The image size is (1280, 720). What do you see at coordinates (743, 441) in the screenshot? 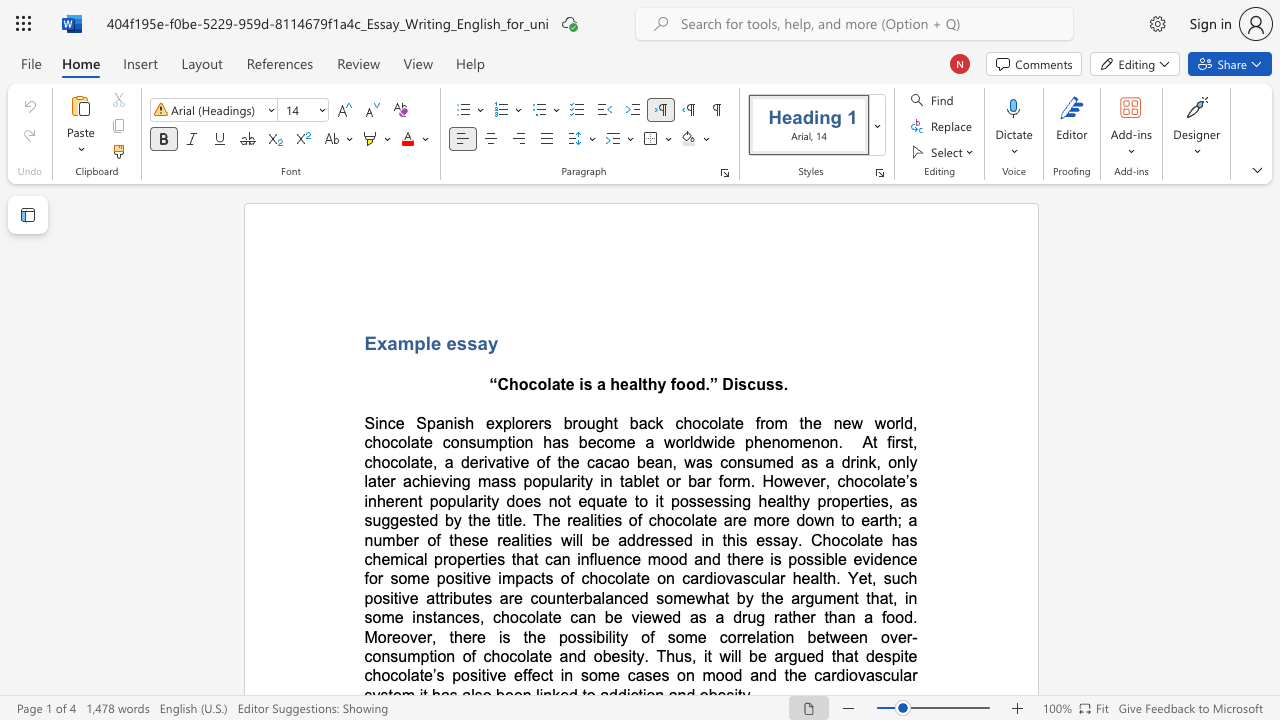
I see `the subset text "phen" within the text "Since Spanish explorers brought back chocolate from the new world, chocolate consumption has become a worldwide phenomenon"` at bounding box center [743, 441].